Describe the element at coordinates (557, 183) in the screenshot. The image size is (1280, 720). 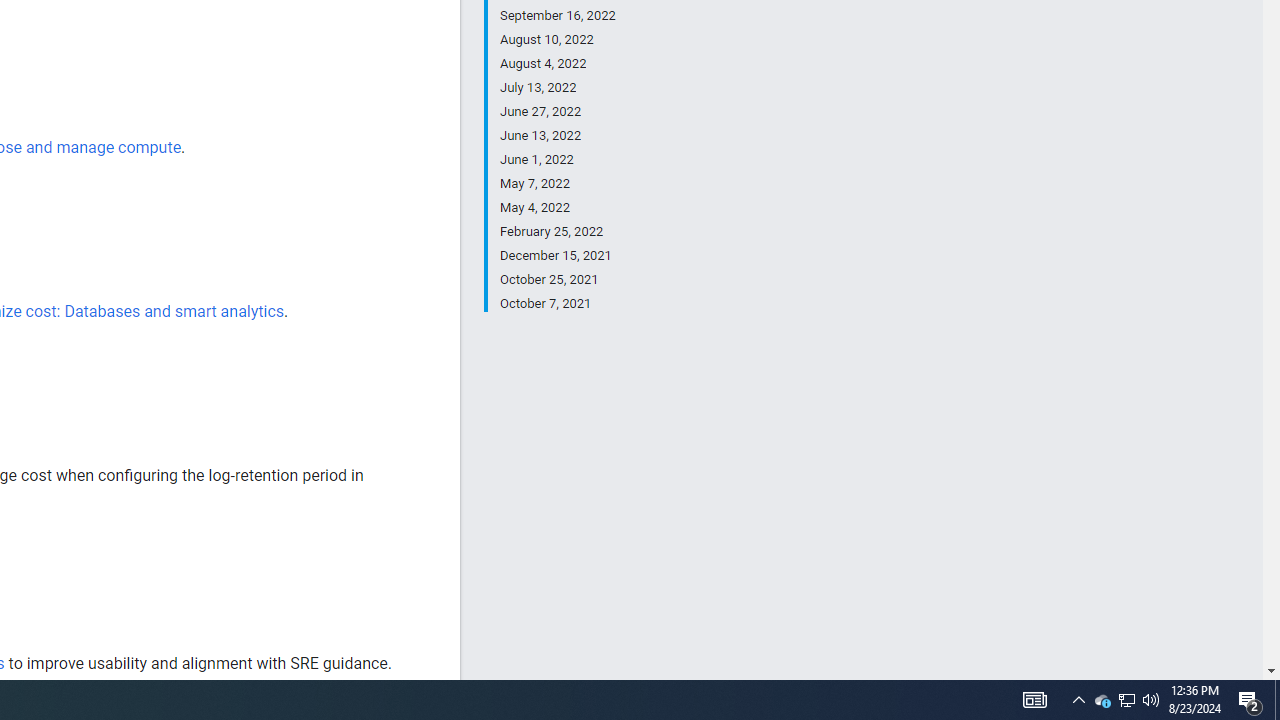
I see `'May 7, 2022'` at that location.